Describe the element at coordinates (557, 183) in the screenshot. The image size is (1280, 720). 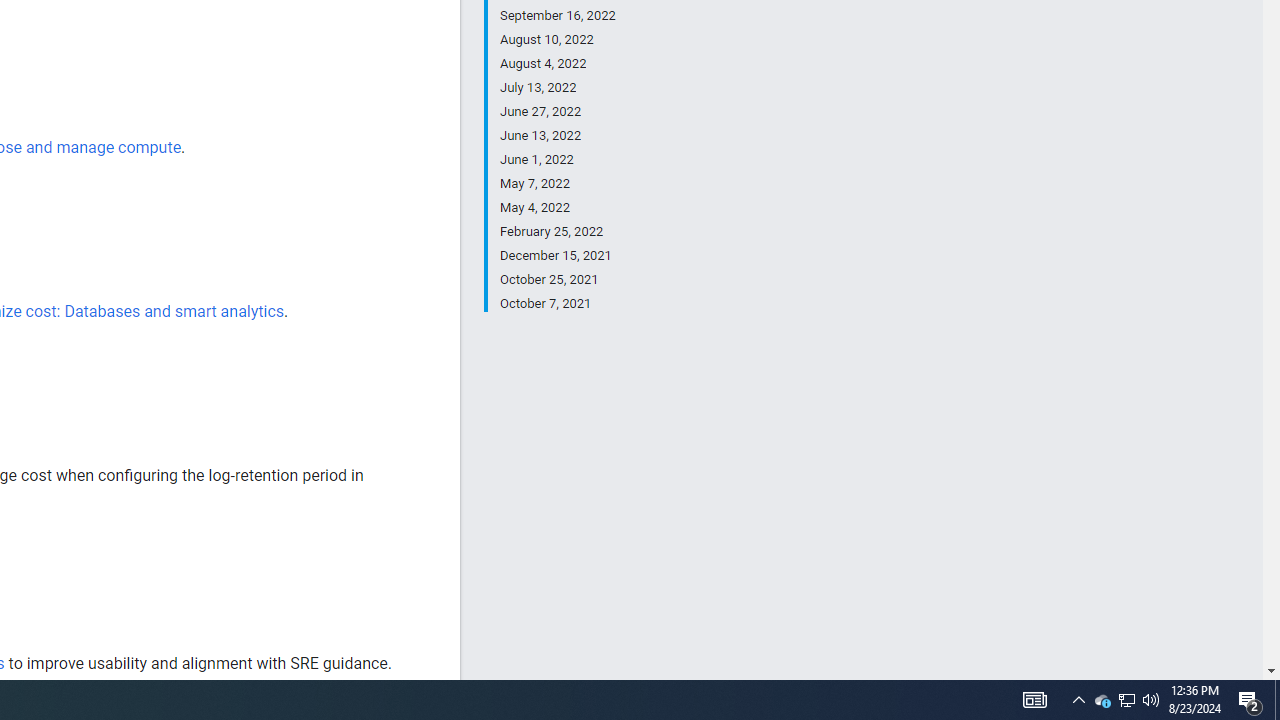
I see `'May 7, 2022'` at that location.